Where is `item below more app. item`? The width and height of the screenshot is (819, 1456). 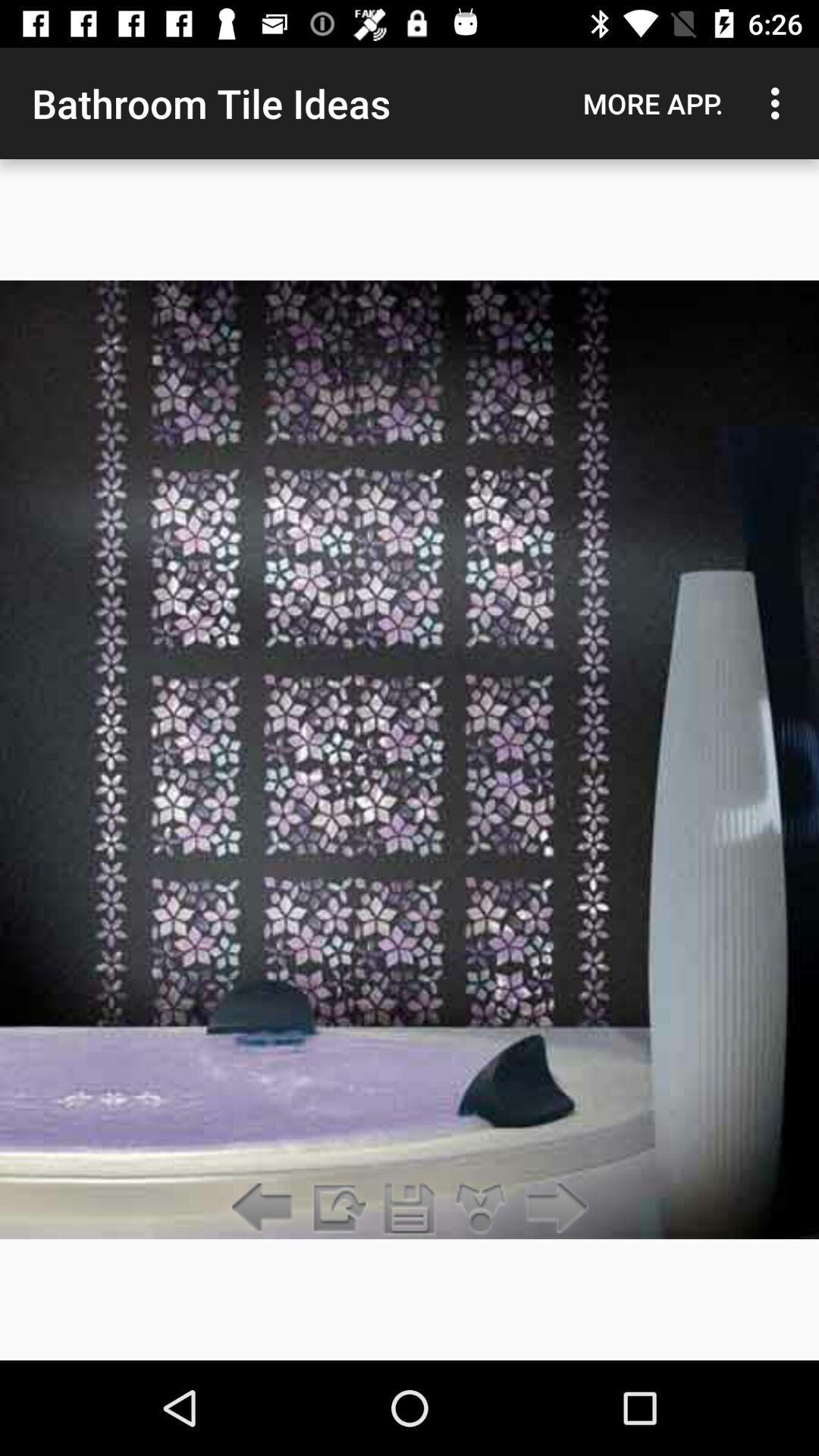 item below more app. item is located at coordinates (553, 1208).